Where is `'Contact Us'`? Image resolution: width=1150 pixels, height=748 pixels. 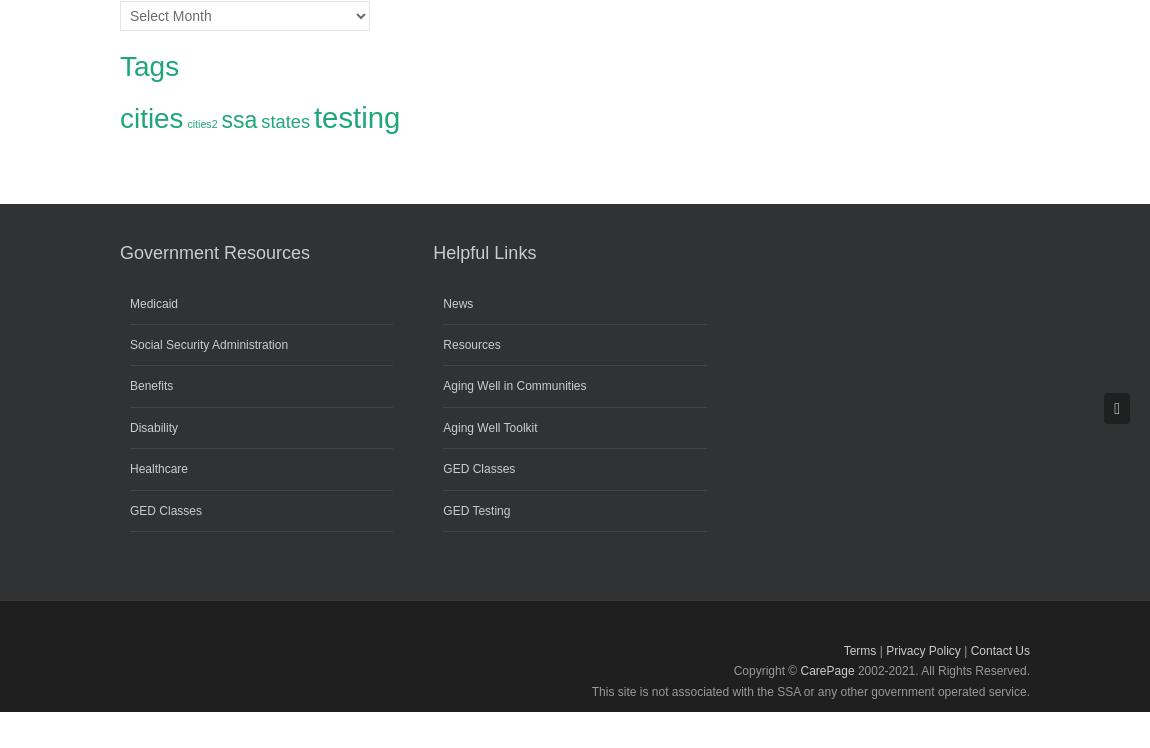
'Contact Us' is located at coordinates (970, 649).